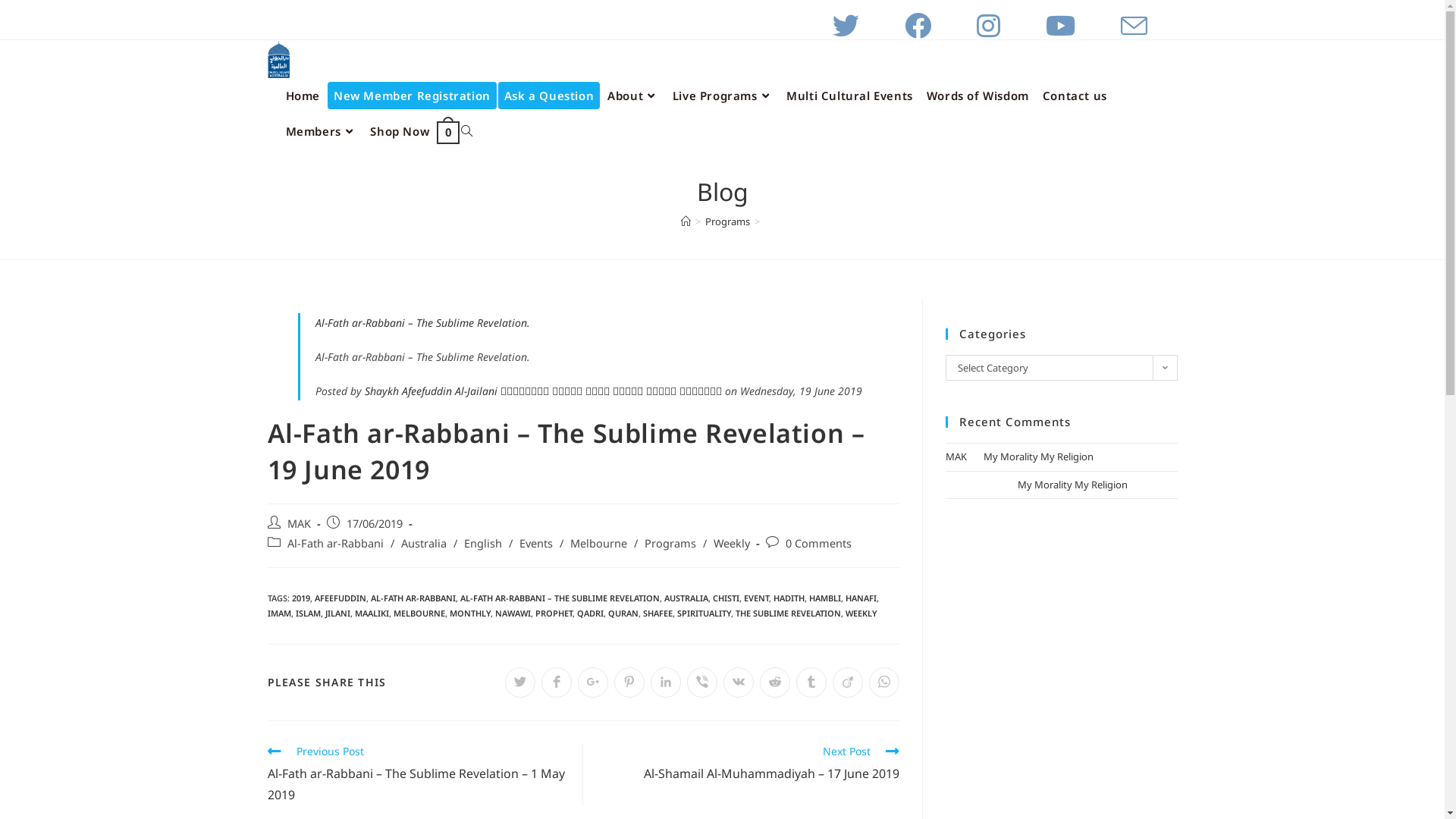 The width and height of the screenshot is (1456, 819). Describe the element at coordinates (278, 612) in the screenshot. I see `'IMAM'` at that location.